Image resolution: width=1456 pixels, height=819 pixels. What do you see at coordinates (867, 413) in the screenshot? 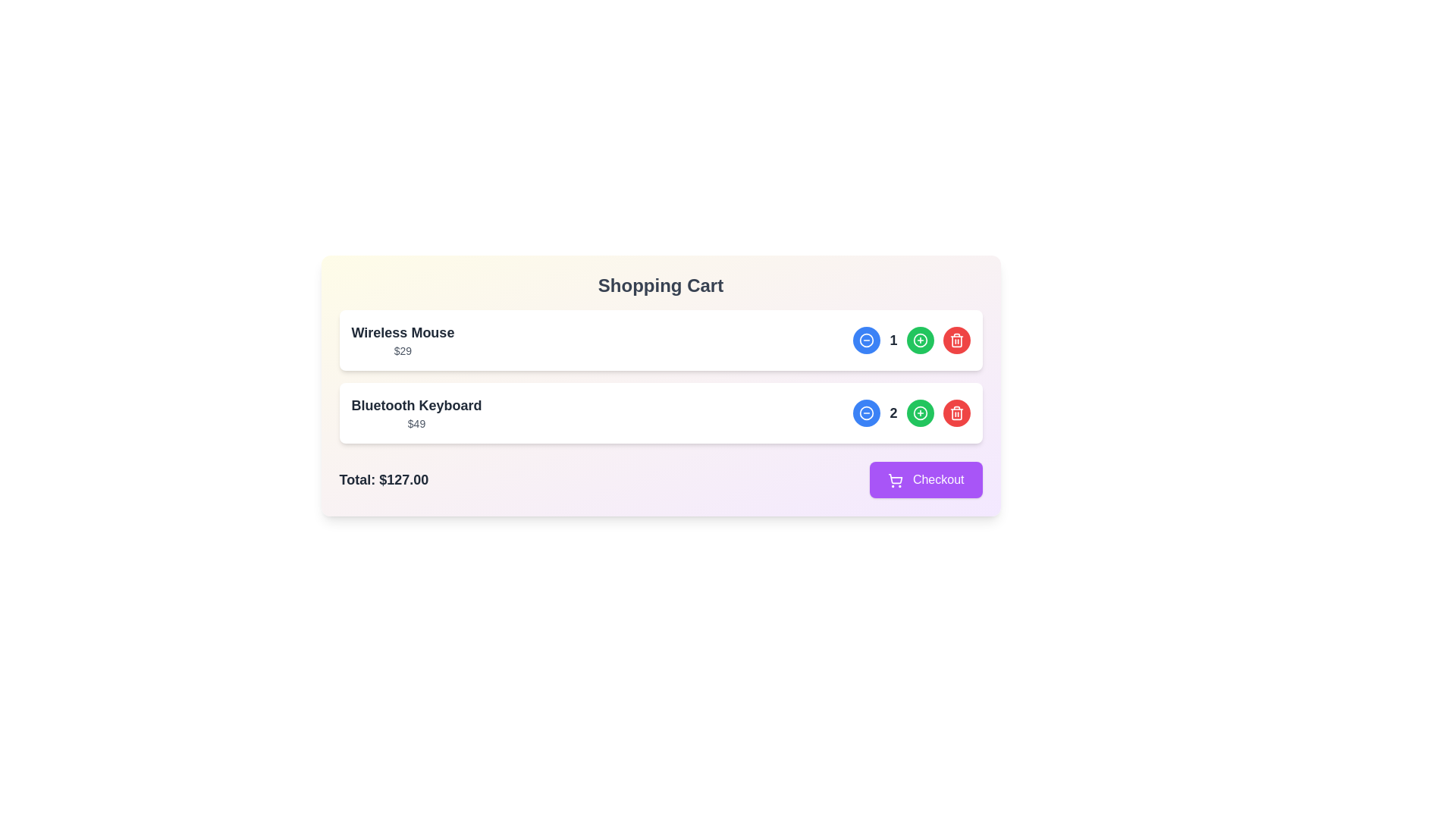
I see `the circular blue button with a minus icon, which is positioned to the left of the increment button in the second row for the 'Bluetooth Keyboard' item` at bounding box center [867, 413].